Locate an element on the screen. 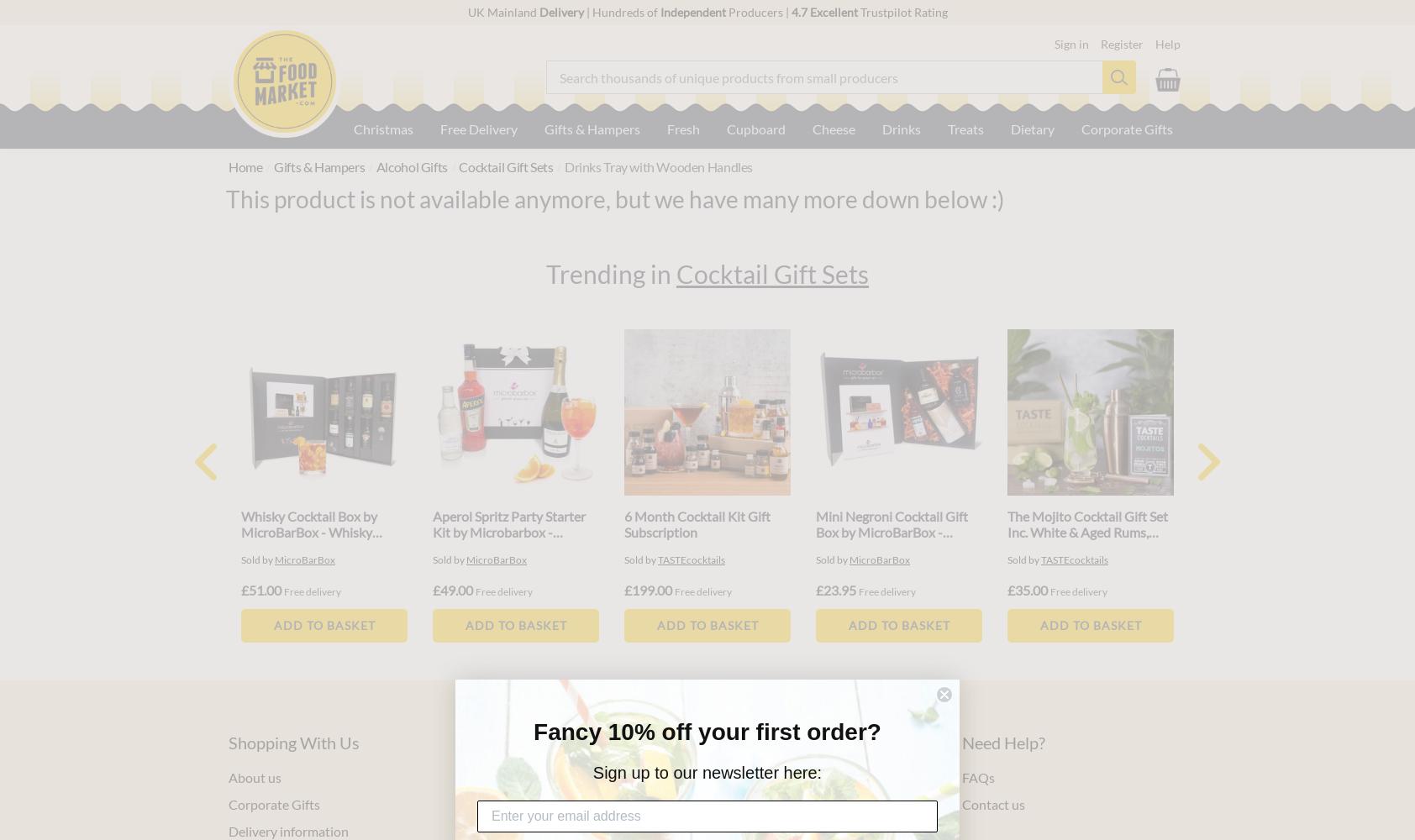 The height and width of the screenshot is (840, 1415). '4.7 Excellent' is located at coordinates (790, 12).